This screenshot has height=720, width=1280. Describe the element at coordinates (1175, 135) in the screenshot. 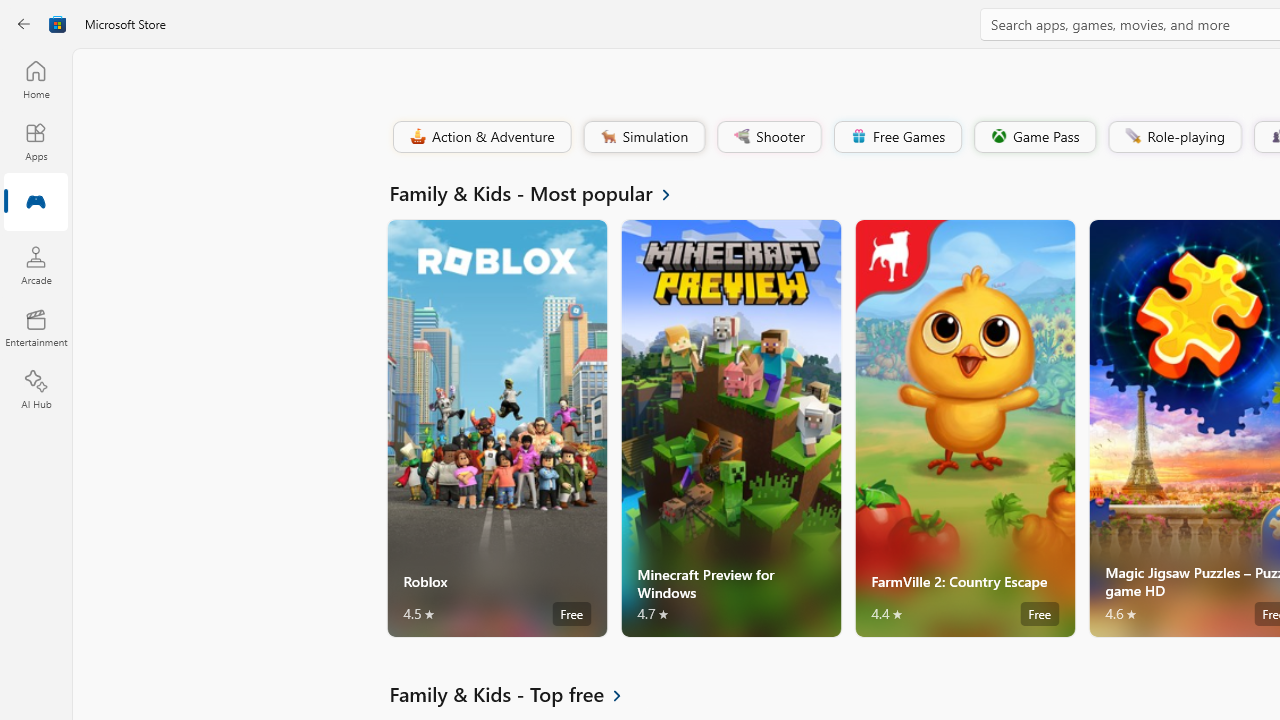

I see `'Role-playing'` at that location.